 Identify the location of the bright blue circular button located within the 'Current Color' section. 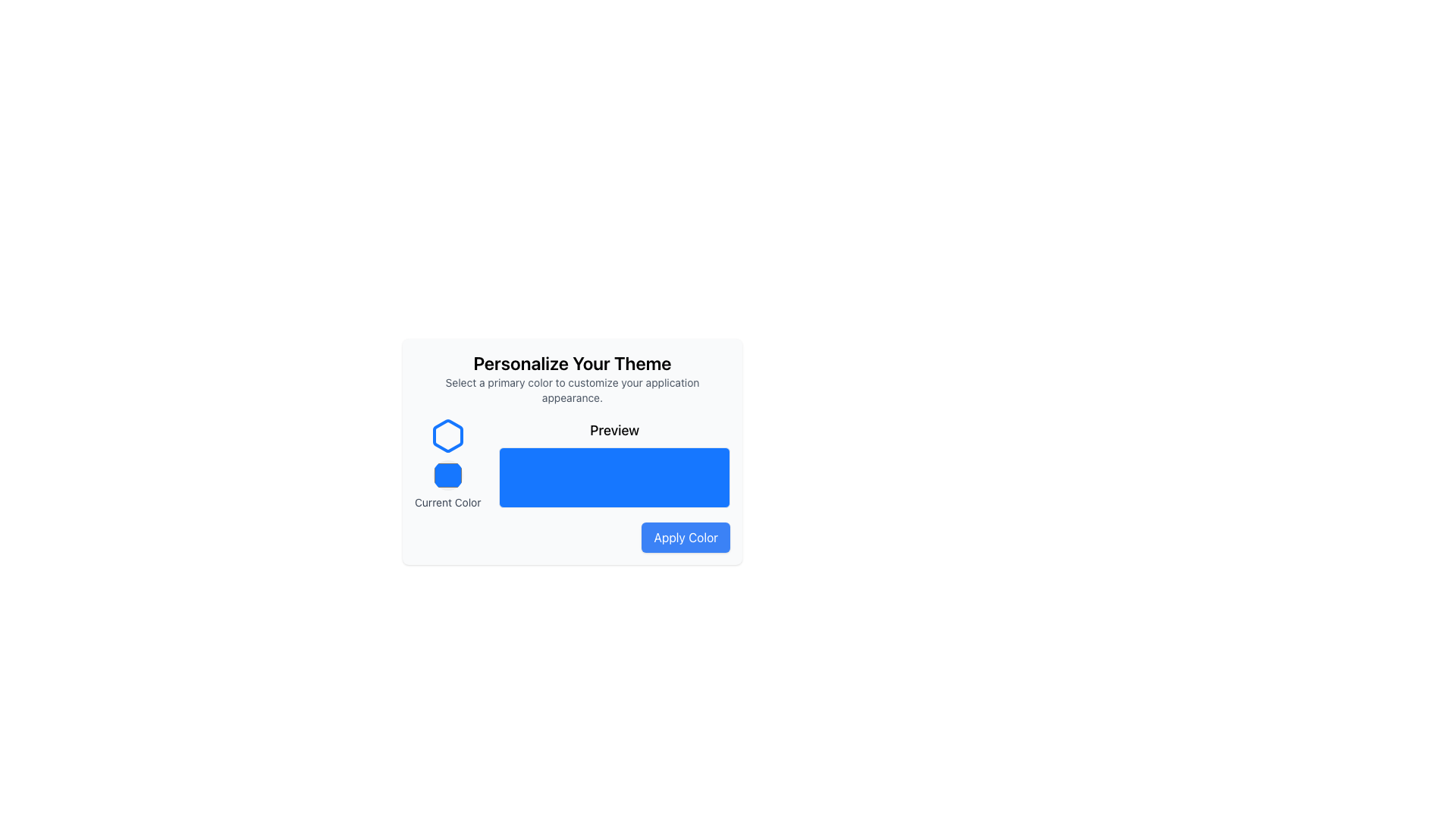
(447, 475).